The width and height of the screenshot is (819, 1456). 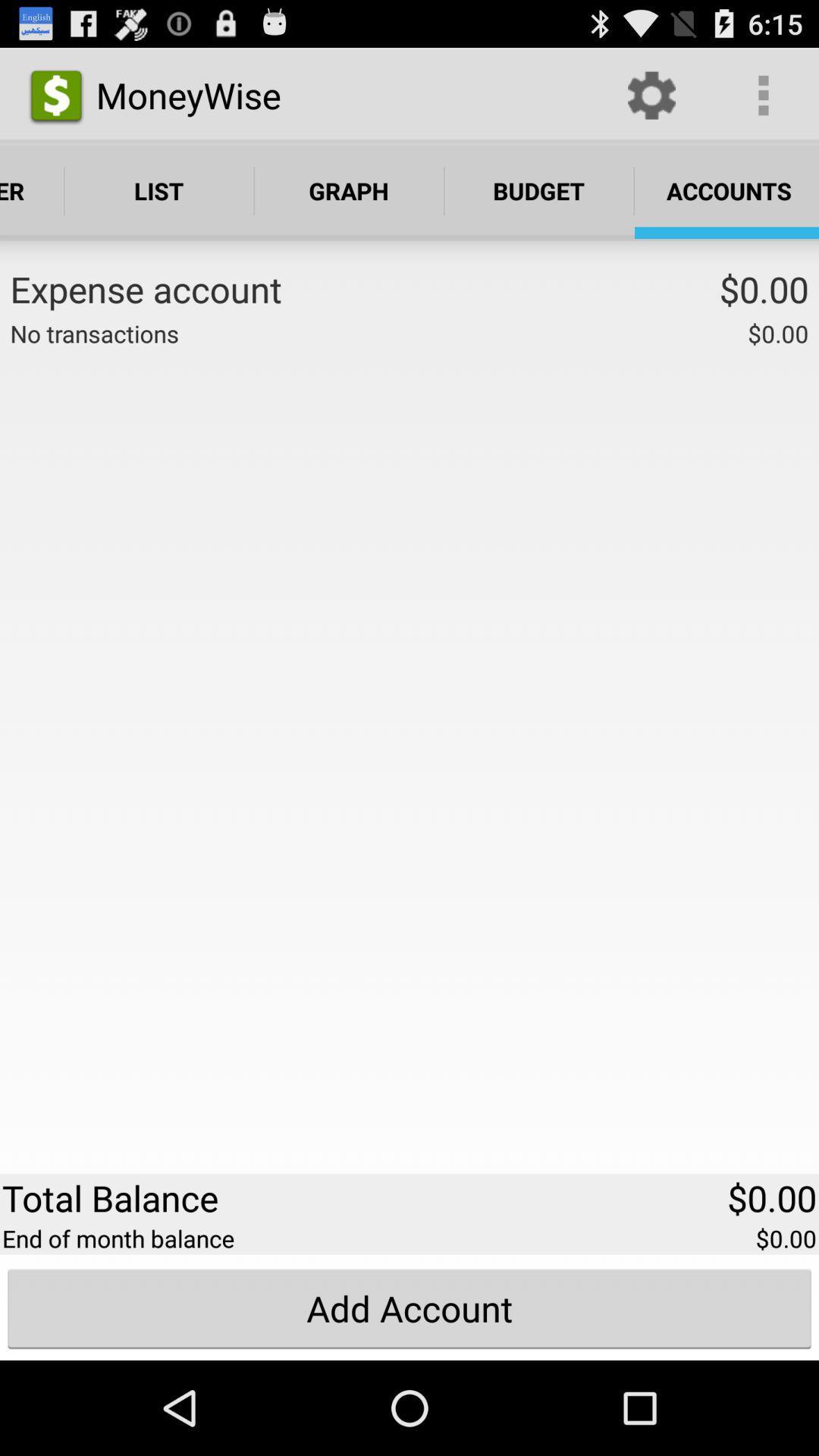 I want to click on icon above the total balance app, so click(x=94, y=332).